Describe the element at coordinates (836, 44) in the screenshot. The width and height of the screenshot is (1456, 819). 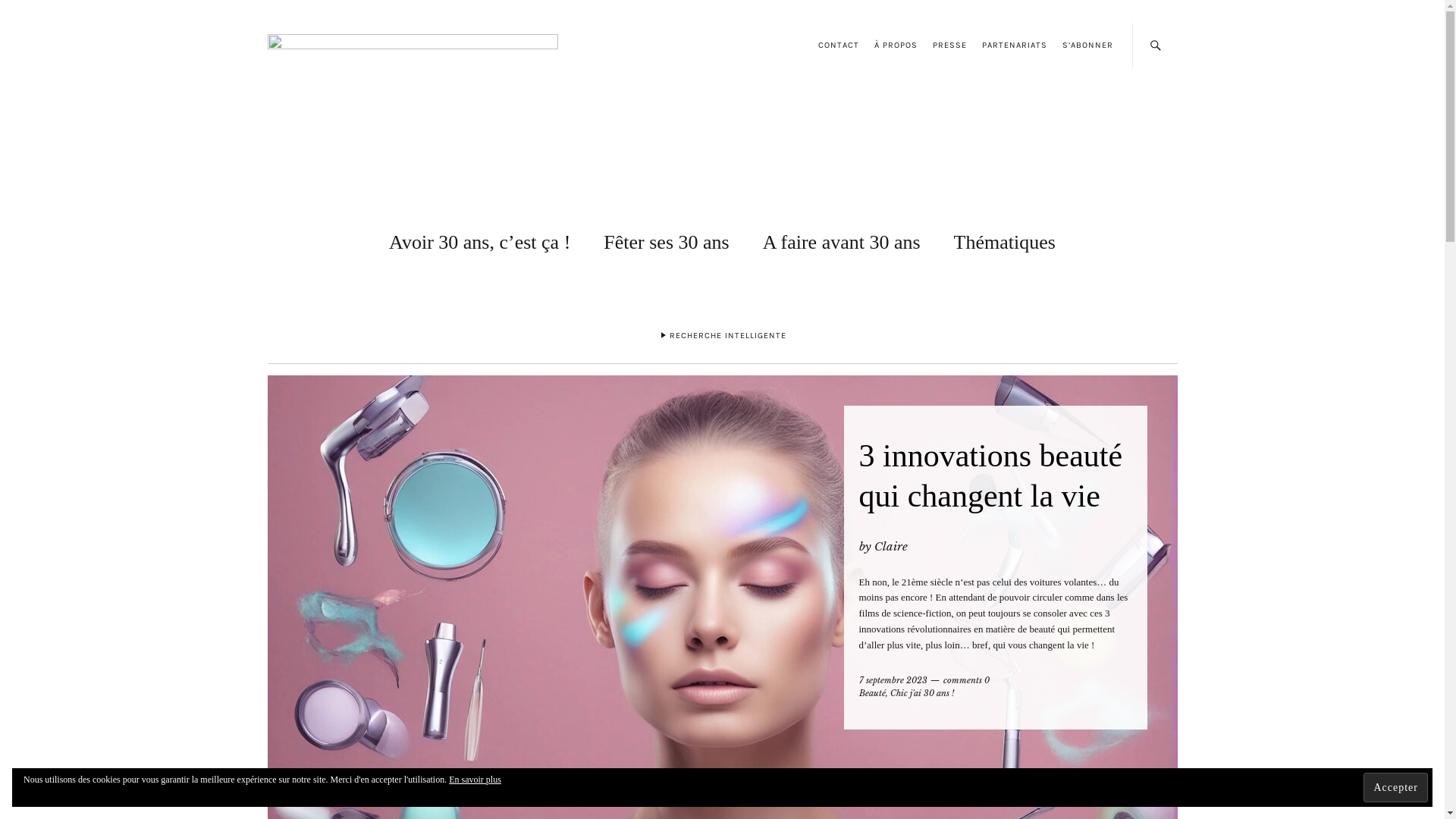
I see `'CONTACT'` at that location.